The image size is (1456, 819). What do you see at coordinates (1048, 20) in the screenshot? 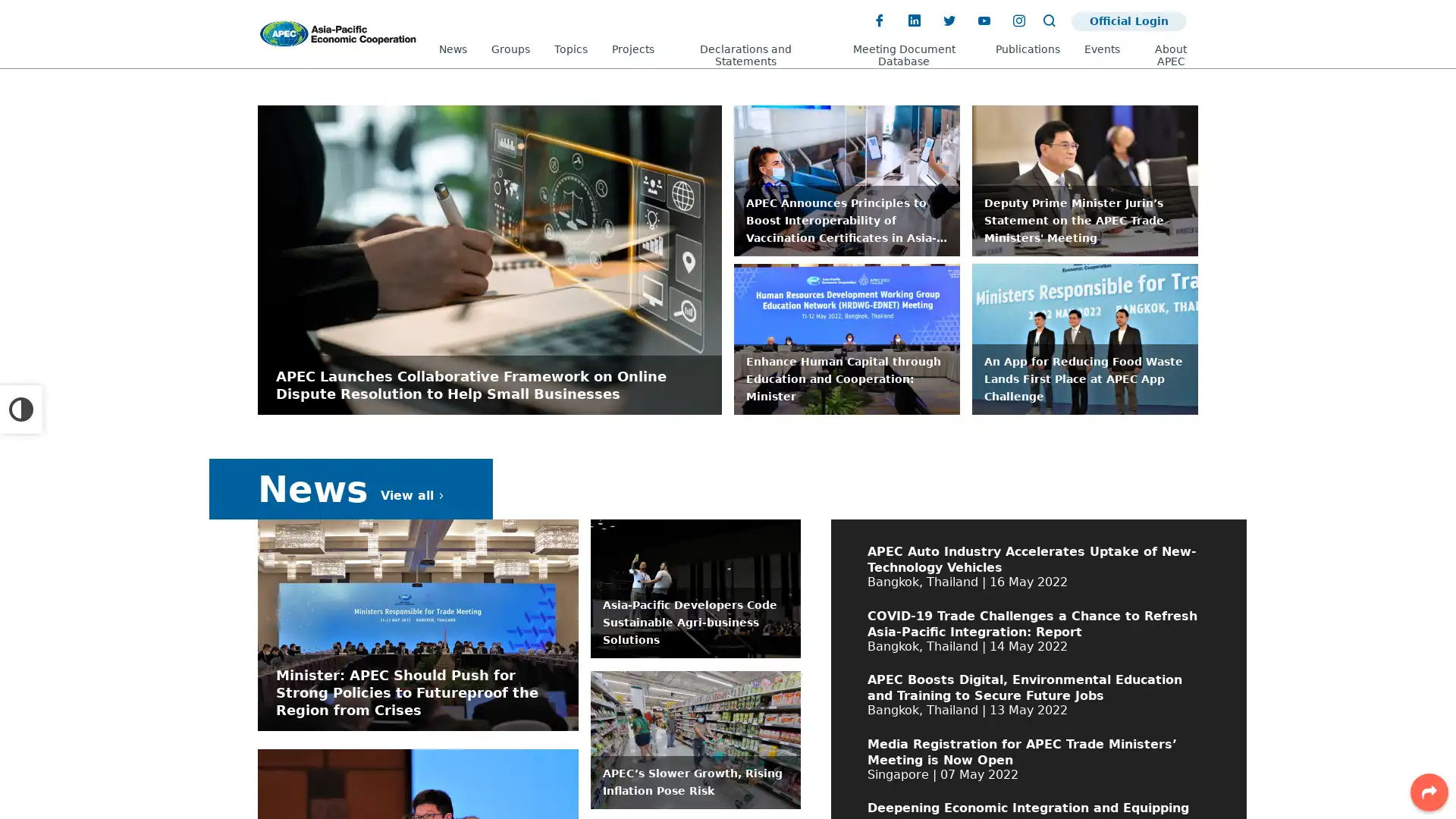
I see `Toggle search` at bounding box center [1048, 20].